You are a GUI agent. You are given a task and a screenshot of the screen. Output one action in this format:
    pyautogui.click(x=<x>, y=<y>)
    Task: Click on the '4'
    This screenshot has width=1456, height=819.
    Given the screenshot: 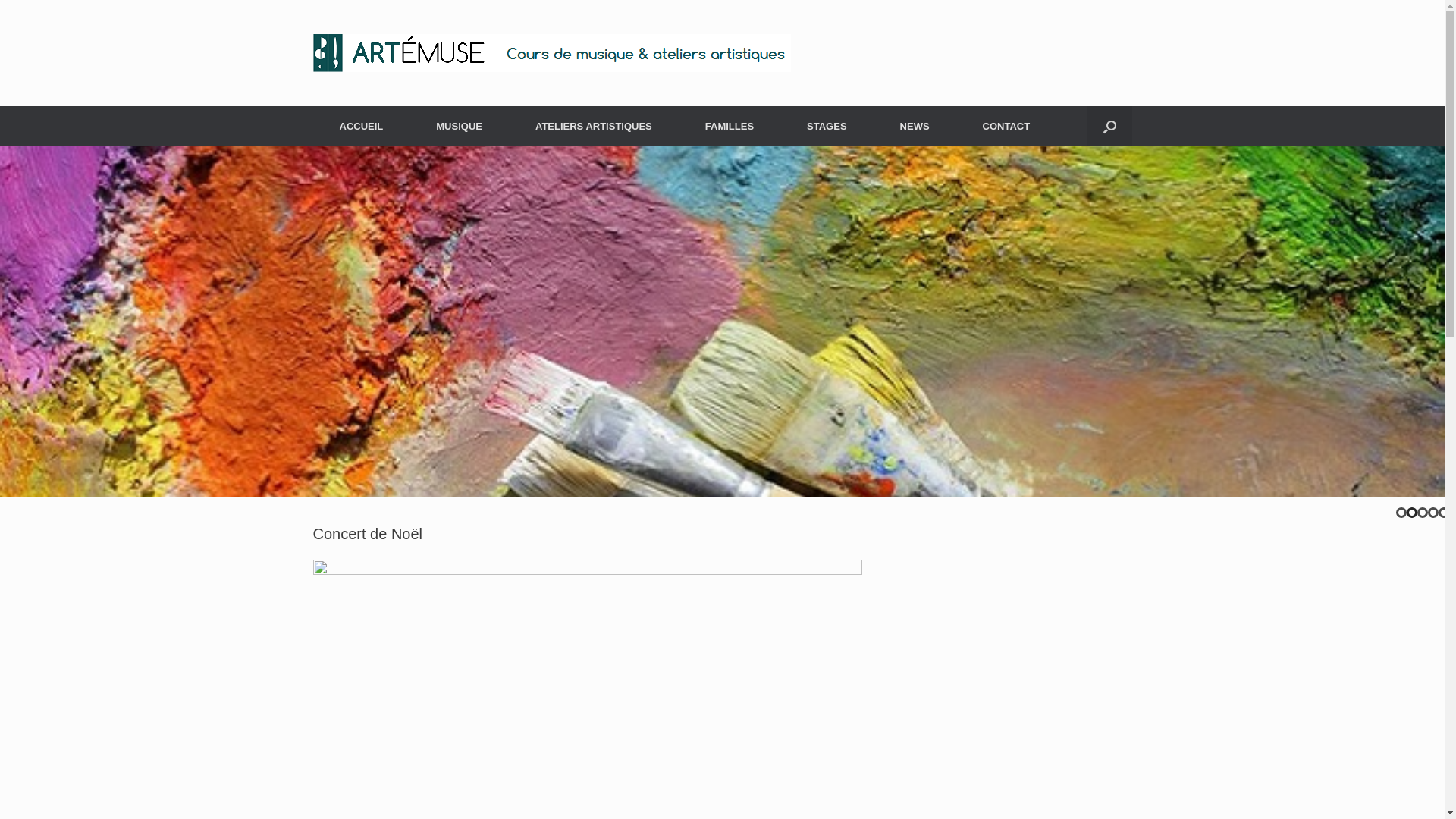 What is the action you would take?
    pyautogui.click(x=1432, y=512)
    